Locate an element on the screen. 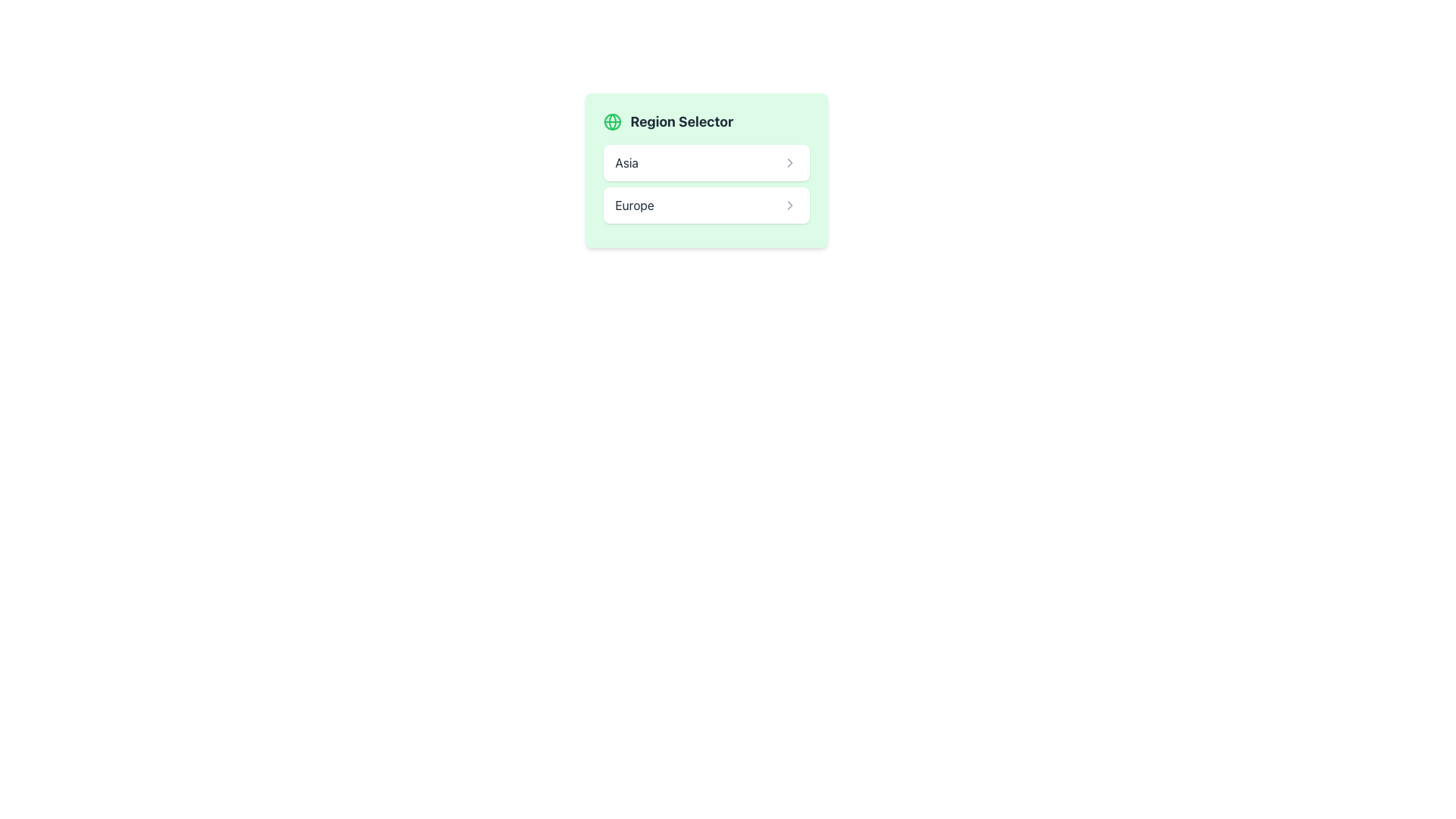  the chevron right icon is located at coordinates (789, 205).